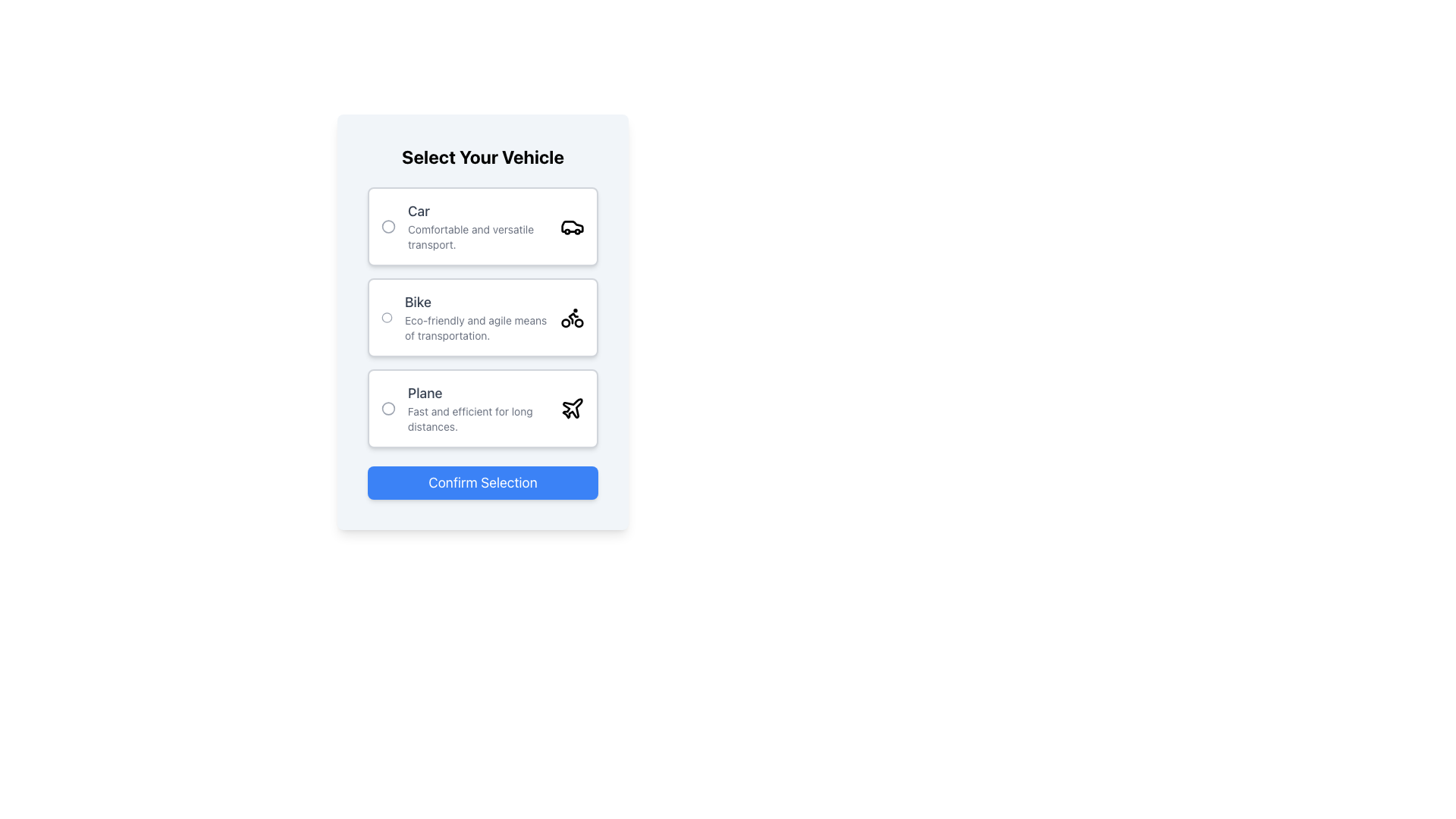 This screenshot has height=819, width=1456. What do you see at coordinates (482, 317) in the screenshot?
I see `the 'Bike' selectable card located in the 'Select Your Vehicle' panel` at bounding box center [482, 317].